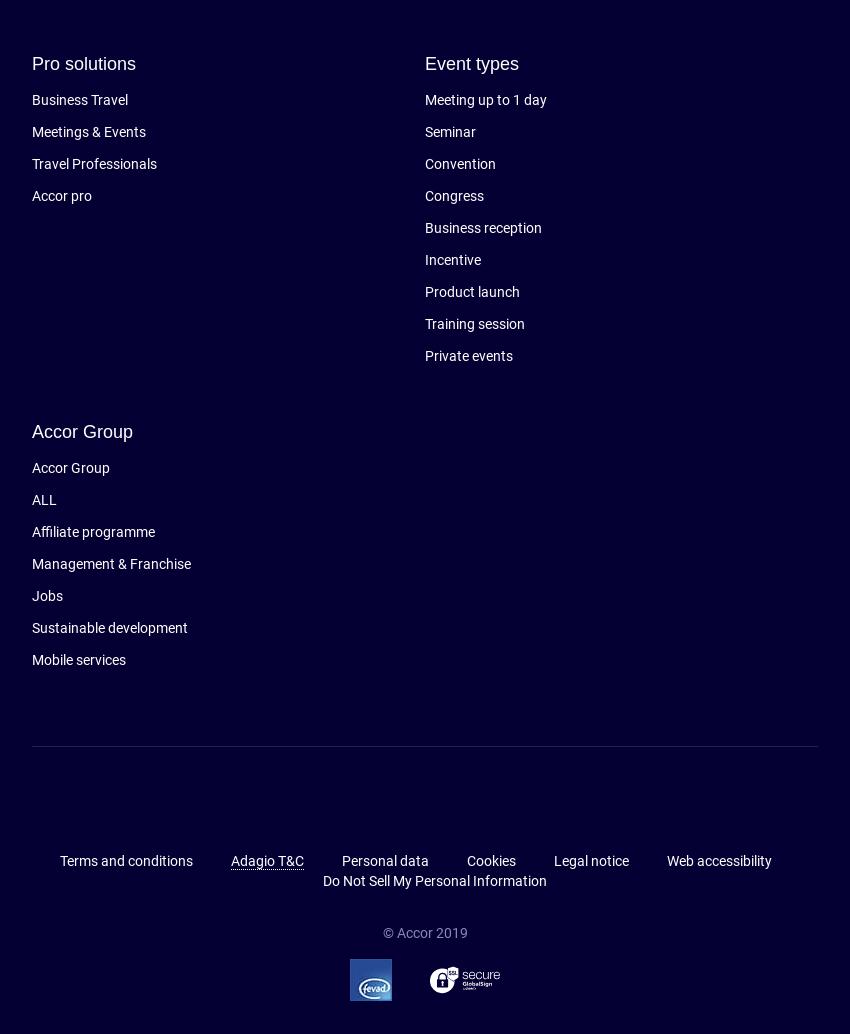 The image size is (850, 1034). Describe the element at coordinates (83, 64) in the screenshot. I see `'Pro solutions'` at that location.